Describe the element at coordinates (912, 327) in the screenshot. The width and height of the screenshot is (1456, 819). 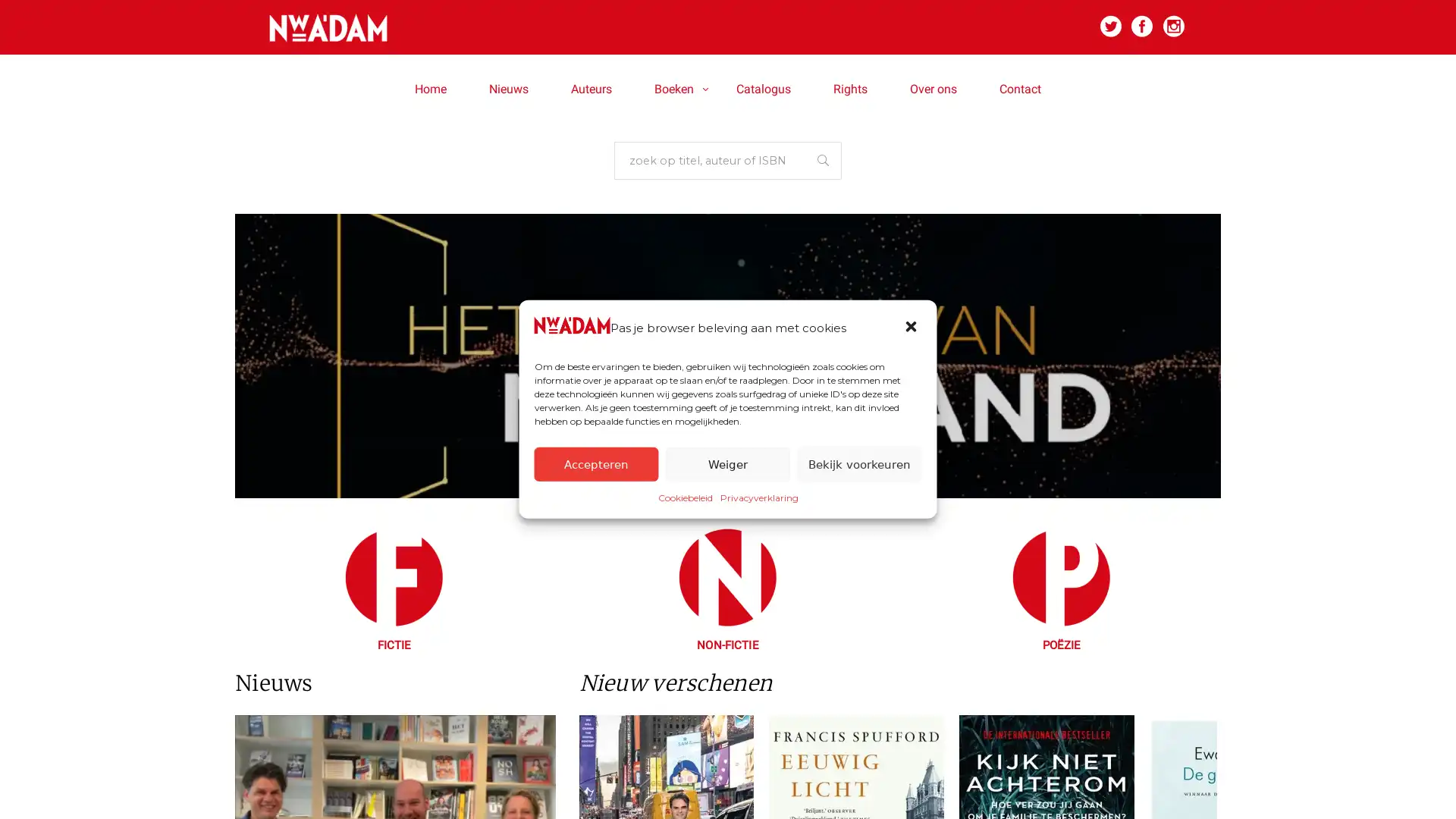
I see `close-dialog` at that location.